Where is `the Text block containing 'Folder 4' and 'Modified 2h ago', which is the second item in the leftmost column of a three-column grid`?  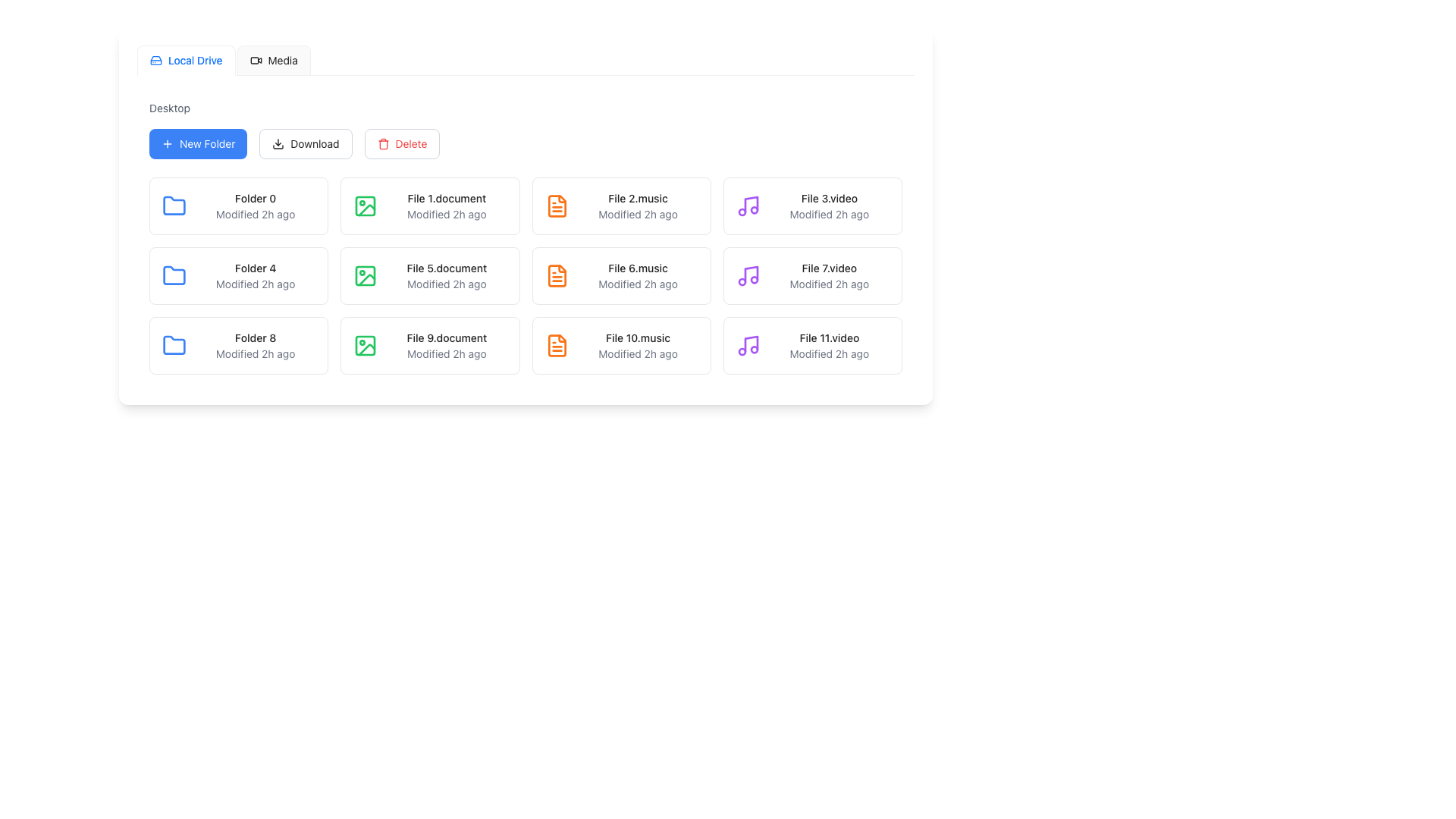
the Text block containing 'Folder 4' and 'Modified 2h ago', which is the second item in the leftmost column of a three-column grid is located at coordinates (256, 275).